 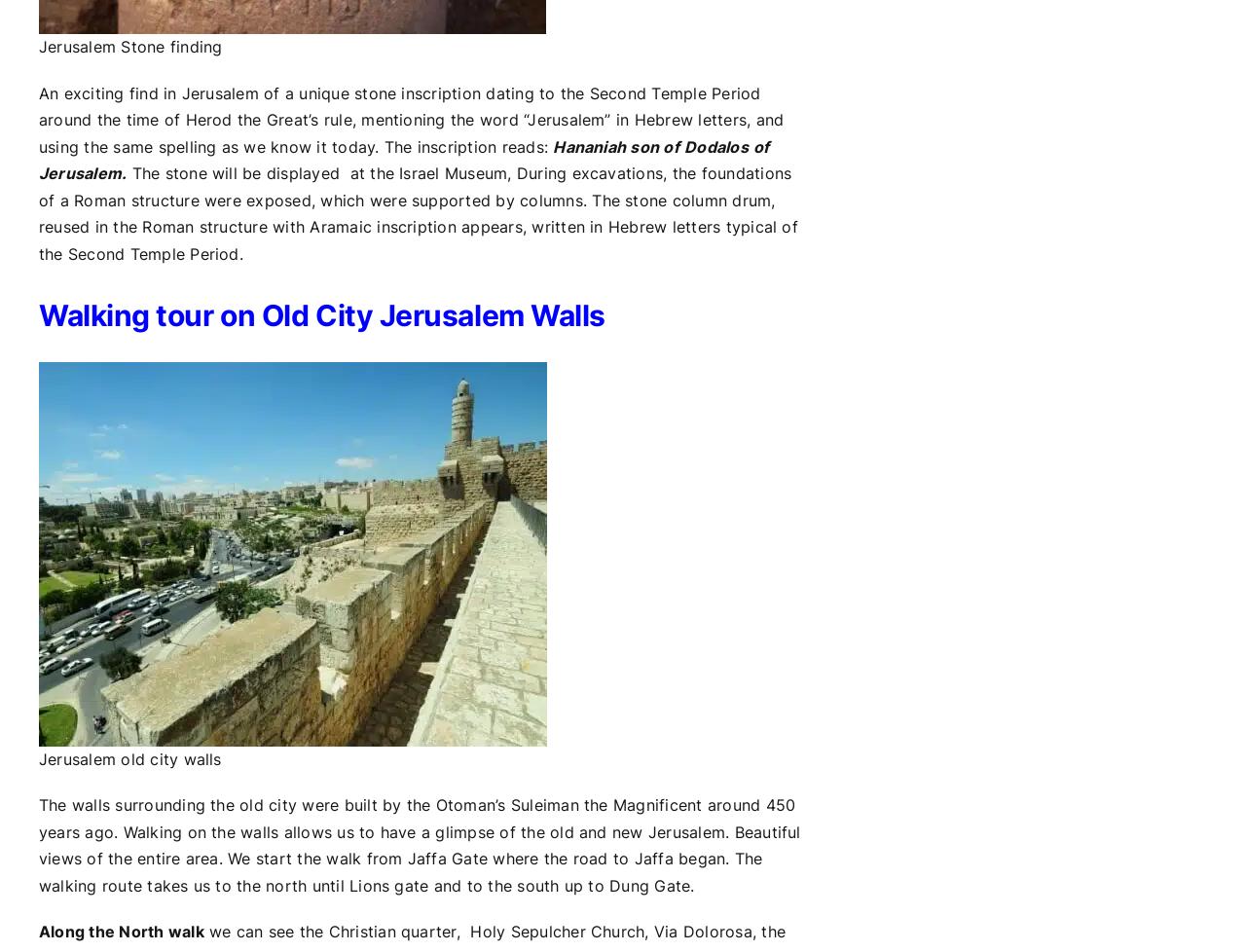 What do you see at coordinates (38, 47) in the screenshot?
I see `'Jerusalem Stone finding'` at bounding box center [38, 47].